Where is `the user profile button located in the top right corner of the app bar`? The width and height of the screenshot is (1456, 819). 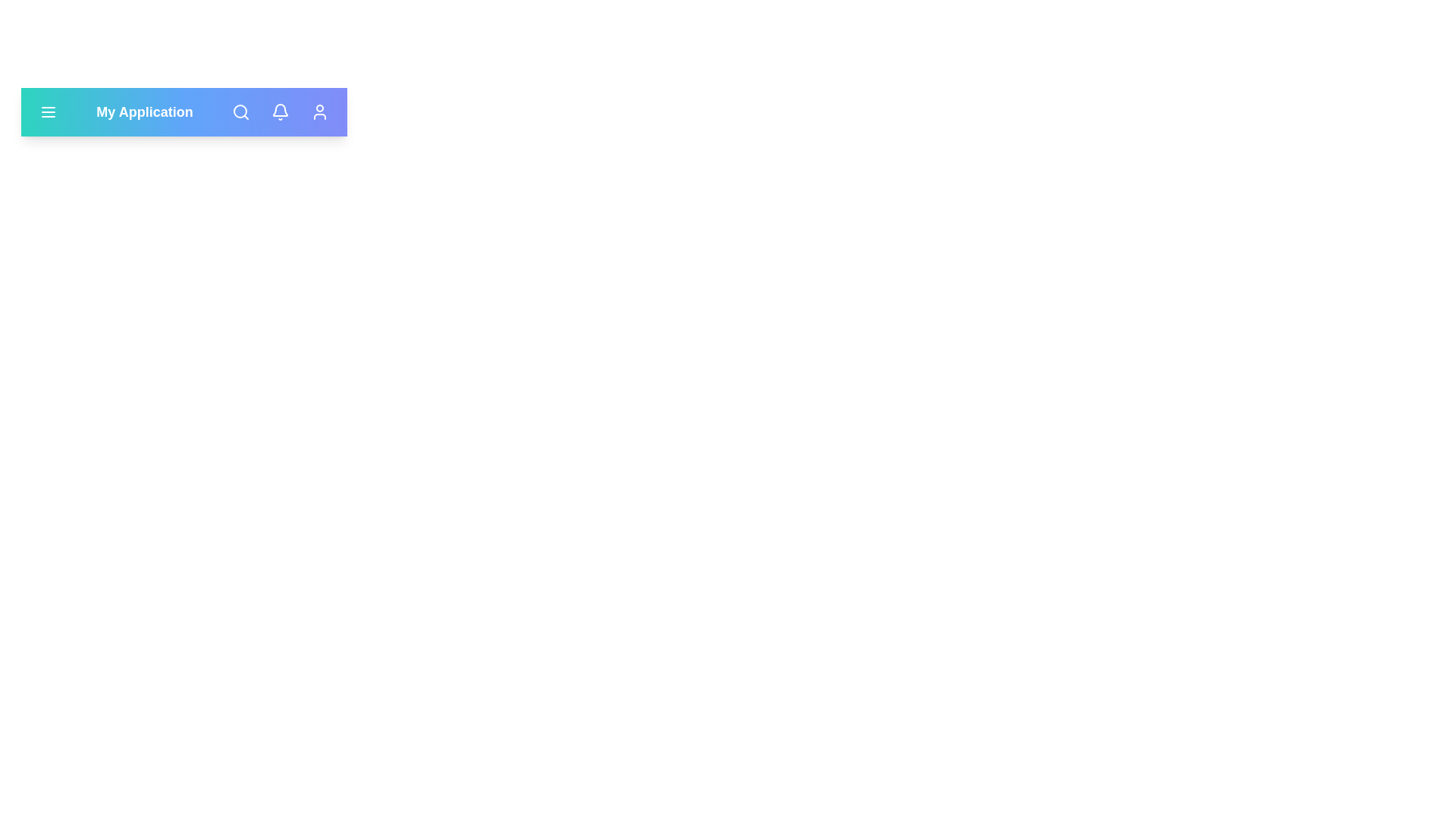 the user profile button located in the top right corner of the app bar is located at coordinates (319, 111).